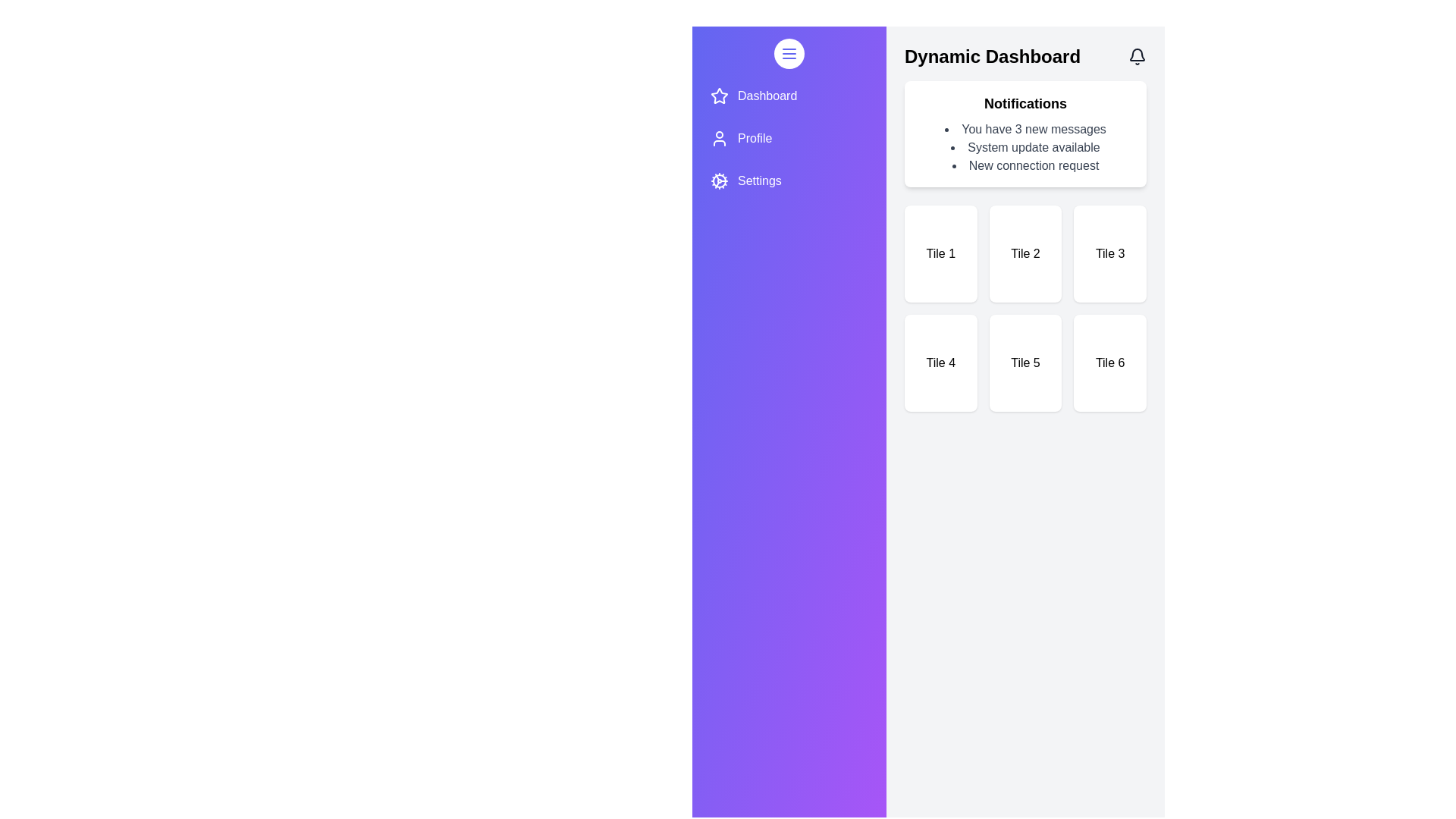  What do you see at coordinates (789, 52) in the screenshot?
I see `the menu button to toggle the sidebar visibility` at bounding box center [789, 52].